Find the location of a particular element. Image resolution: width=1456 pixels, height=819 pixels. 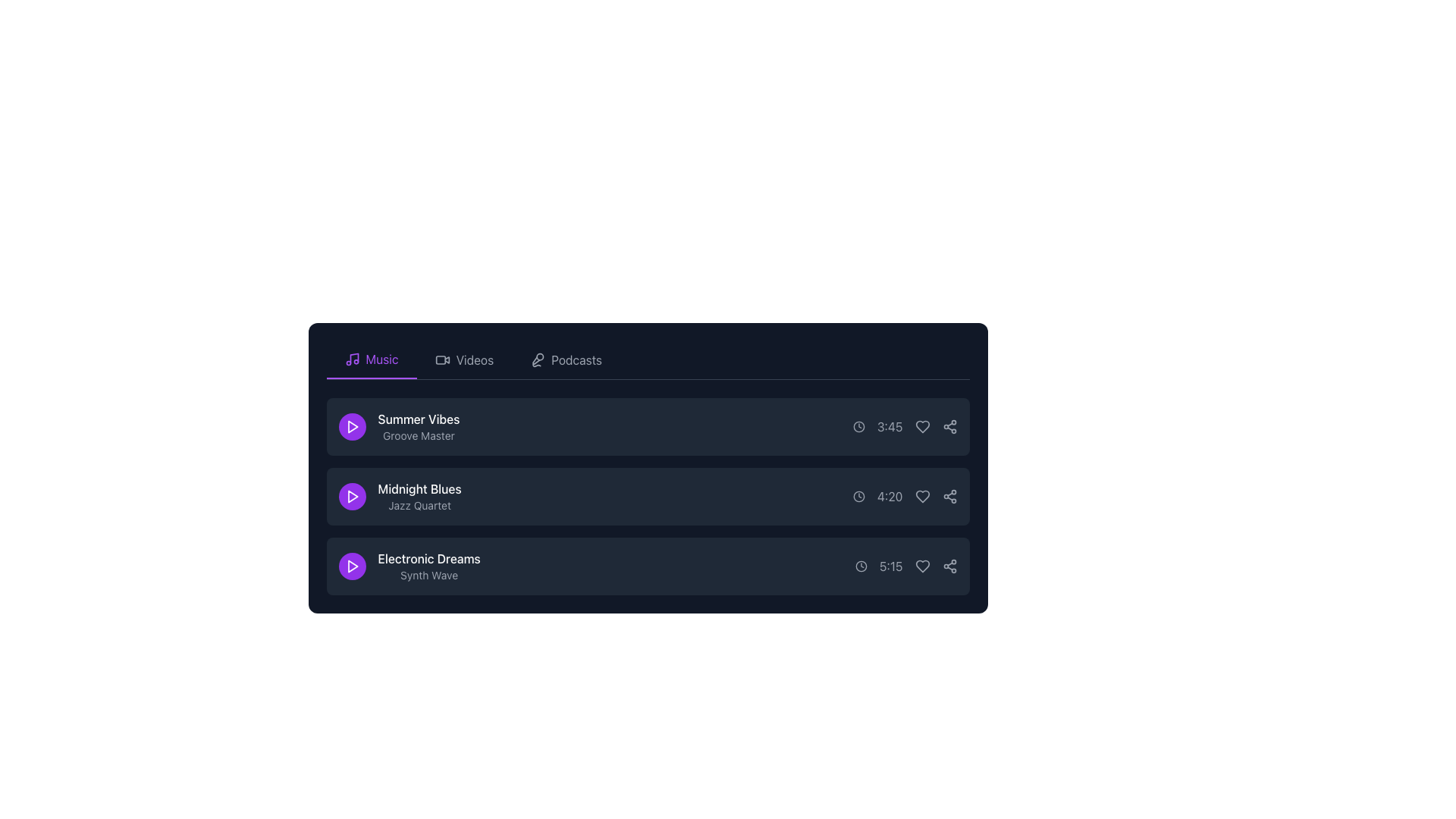

the triangular play icon (SVG) located to the left of the text 'Summer Vibes' is located at coordinates (352, 427).